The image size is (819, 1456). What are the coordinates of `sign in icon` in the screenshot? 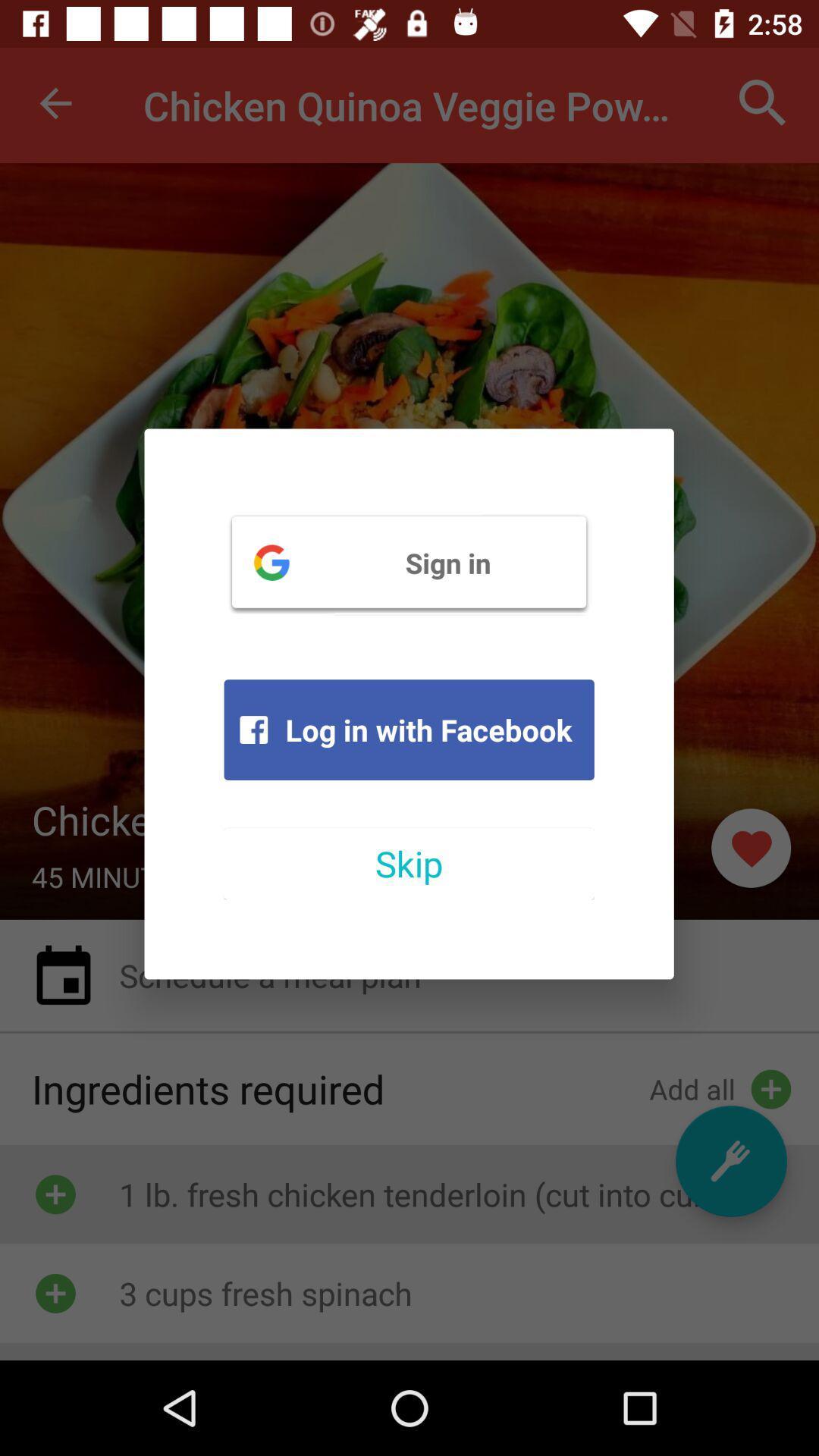 It's located at (408, 561).